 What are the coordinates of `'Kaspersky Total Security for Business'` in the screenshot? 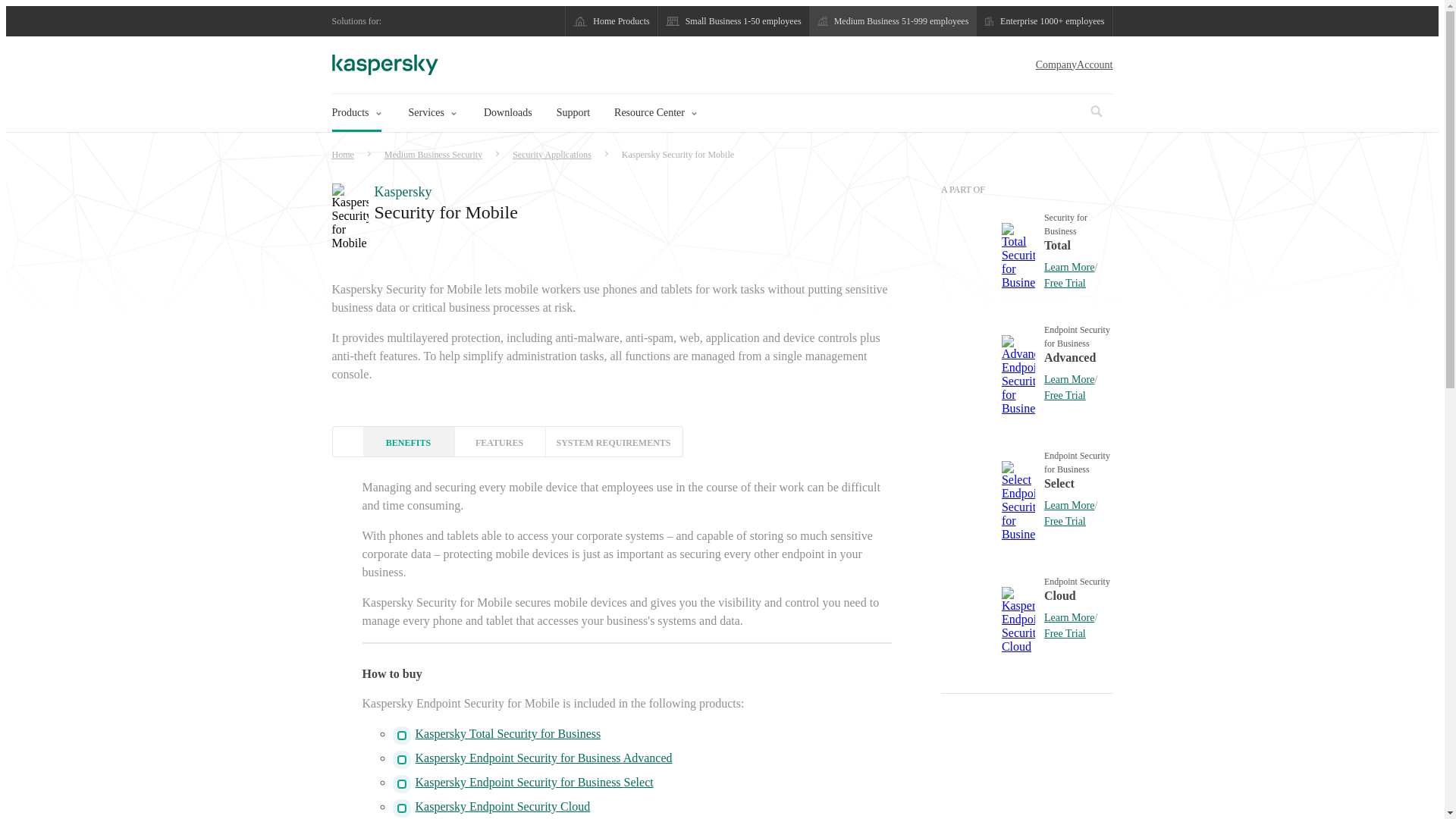 It's located at (508, 733).